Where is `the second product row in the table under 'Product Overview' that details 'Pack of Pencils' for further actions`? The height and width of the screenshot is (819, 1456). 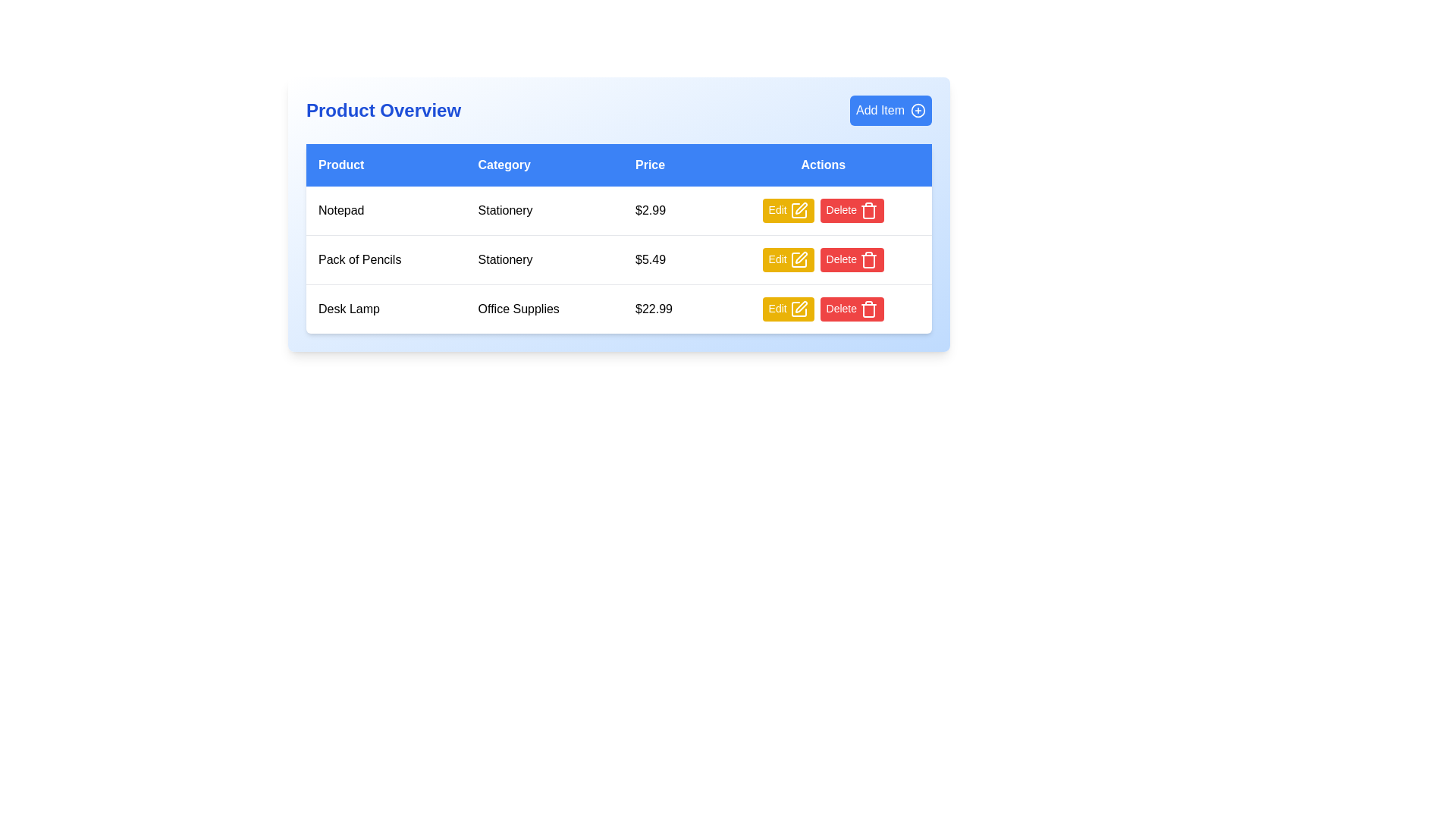 the second product row in the table under 'Product Overview' that details 'Pack of Pencils' for further actions is located at coordinates (619, 259).